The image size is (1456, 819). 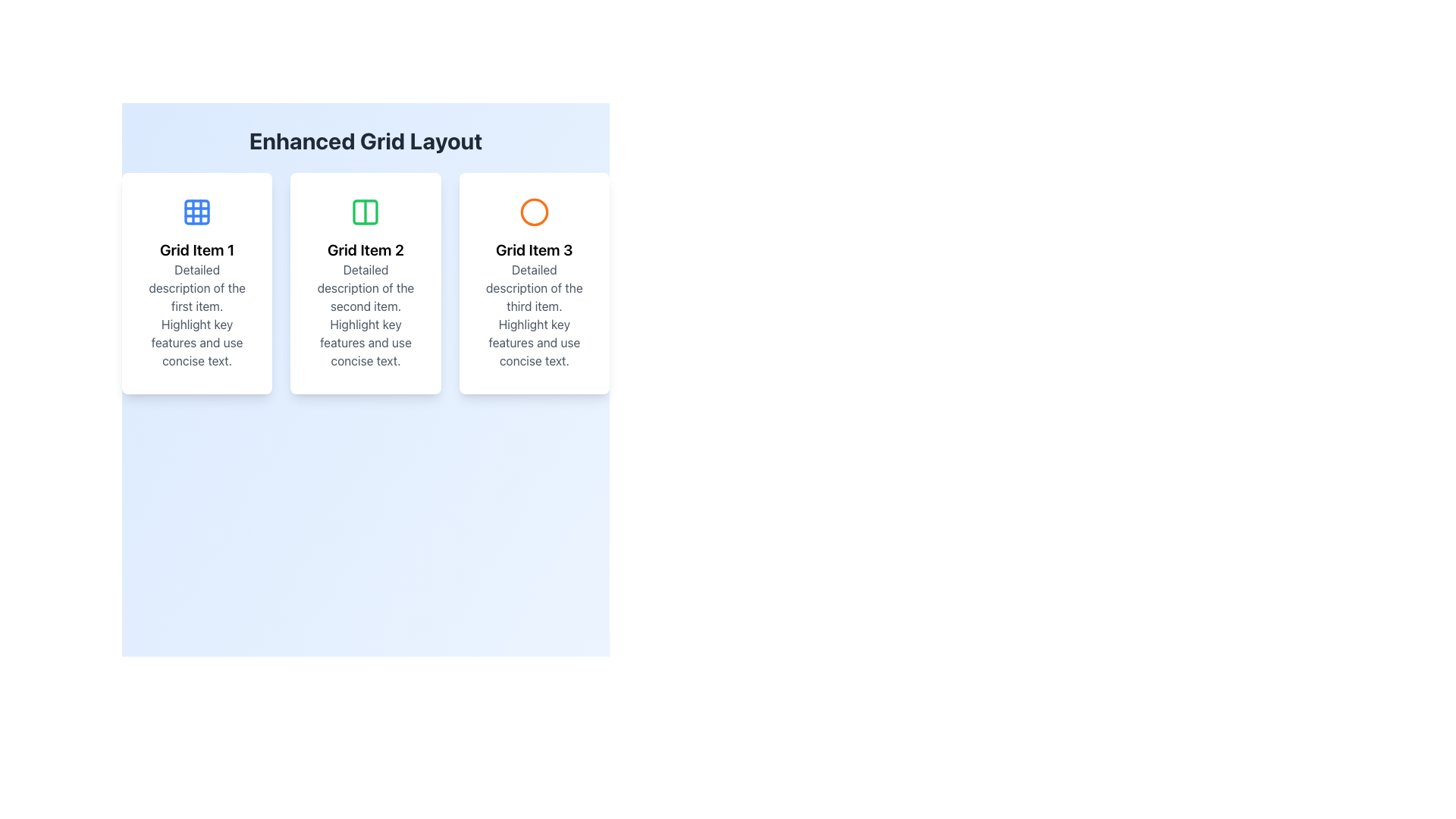 I want to click on the Decorative component, a small rectangular shape with rounded corners located in the top-left corner of the grid structure, which is part of an SVG icon above the text 'Grid Item 1', so click(x=196, y=212).